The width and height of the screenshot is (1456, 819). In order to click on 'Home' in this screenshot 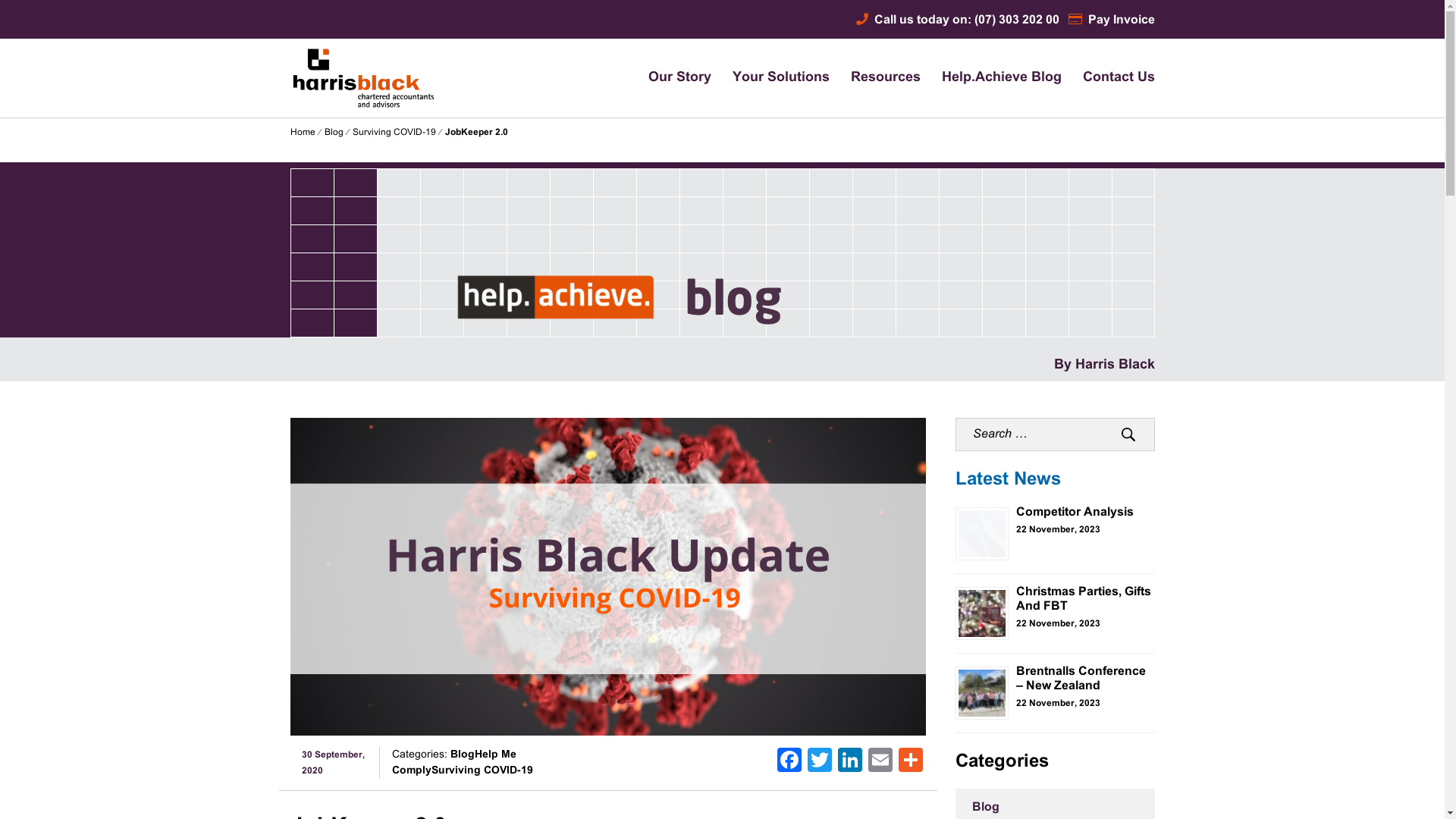, I will do `click(302, 131)`.